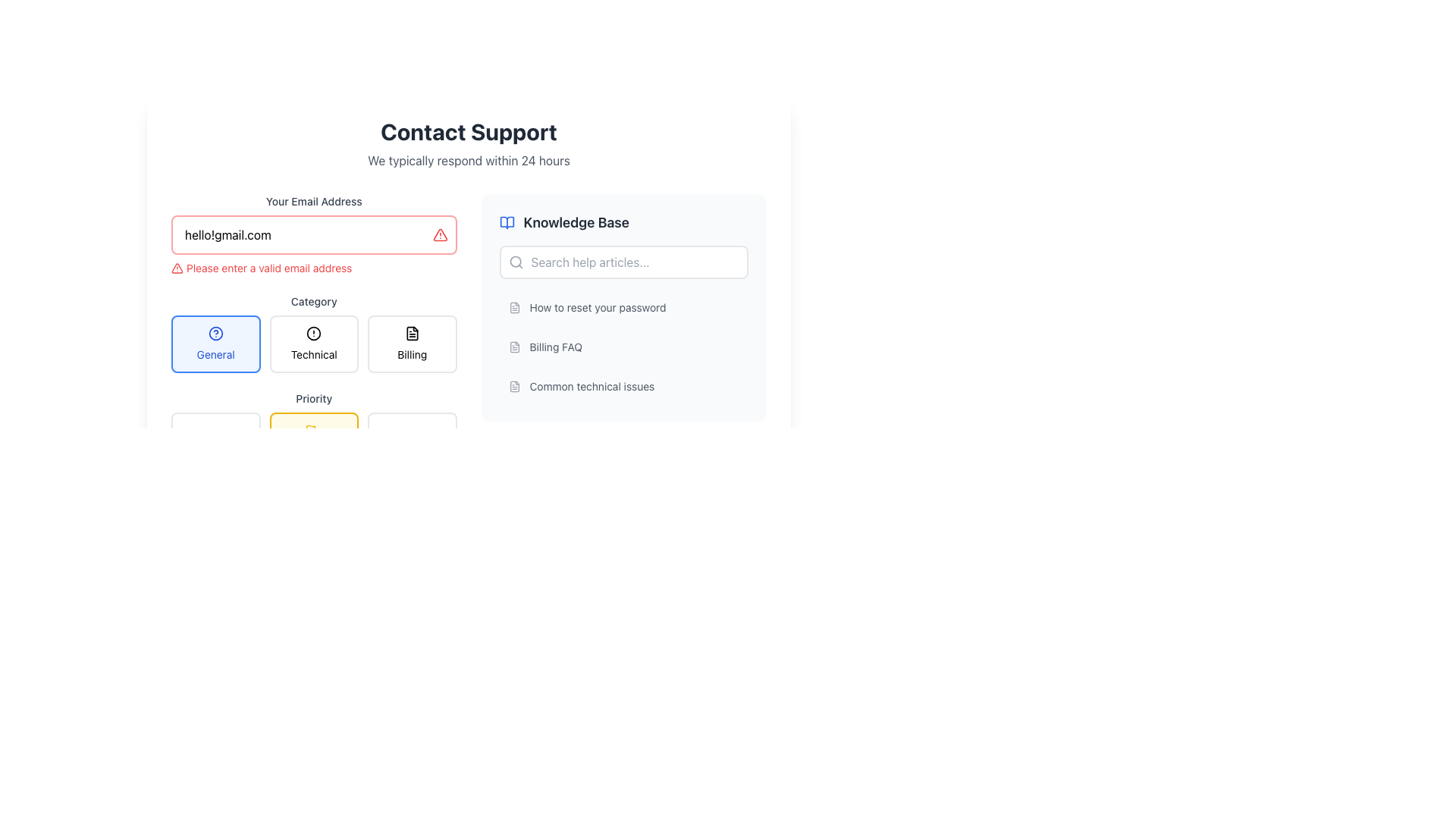 The height and width of the screenshot is (819, 1456). I want to click on the third button in the horizontally aligned group below the 'Category' section, so click(412, 344).